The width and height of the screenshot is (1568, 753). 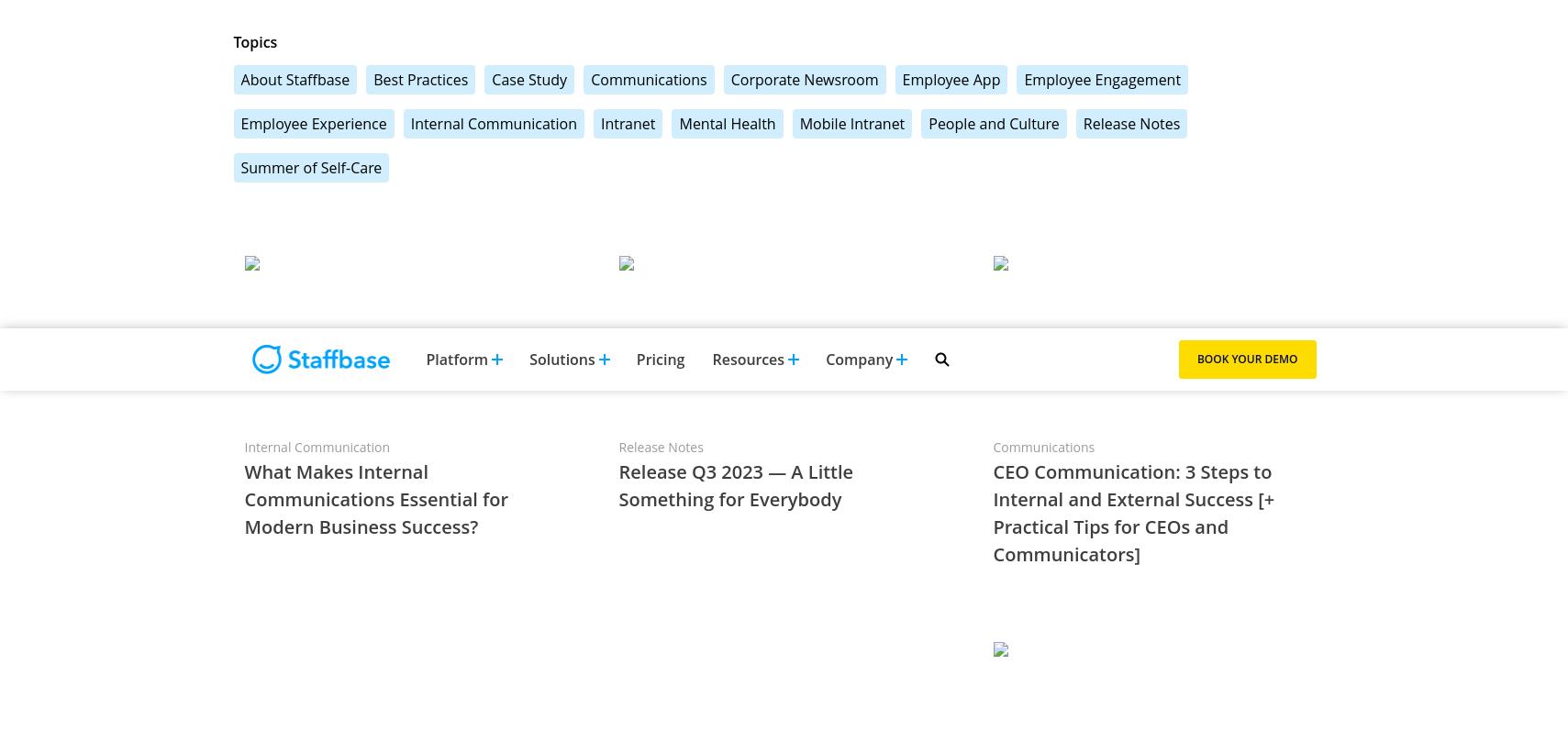 What do you see at coordinates (1007, 312) in the screenshot?
I see `'What is organizational resilience and how can communication help your business and its people mutually weather our increasingly disruptive world?'` at bounding box center [1007, 312].